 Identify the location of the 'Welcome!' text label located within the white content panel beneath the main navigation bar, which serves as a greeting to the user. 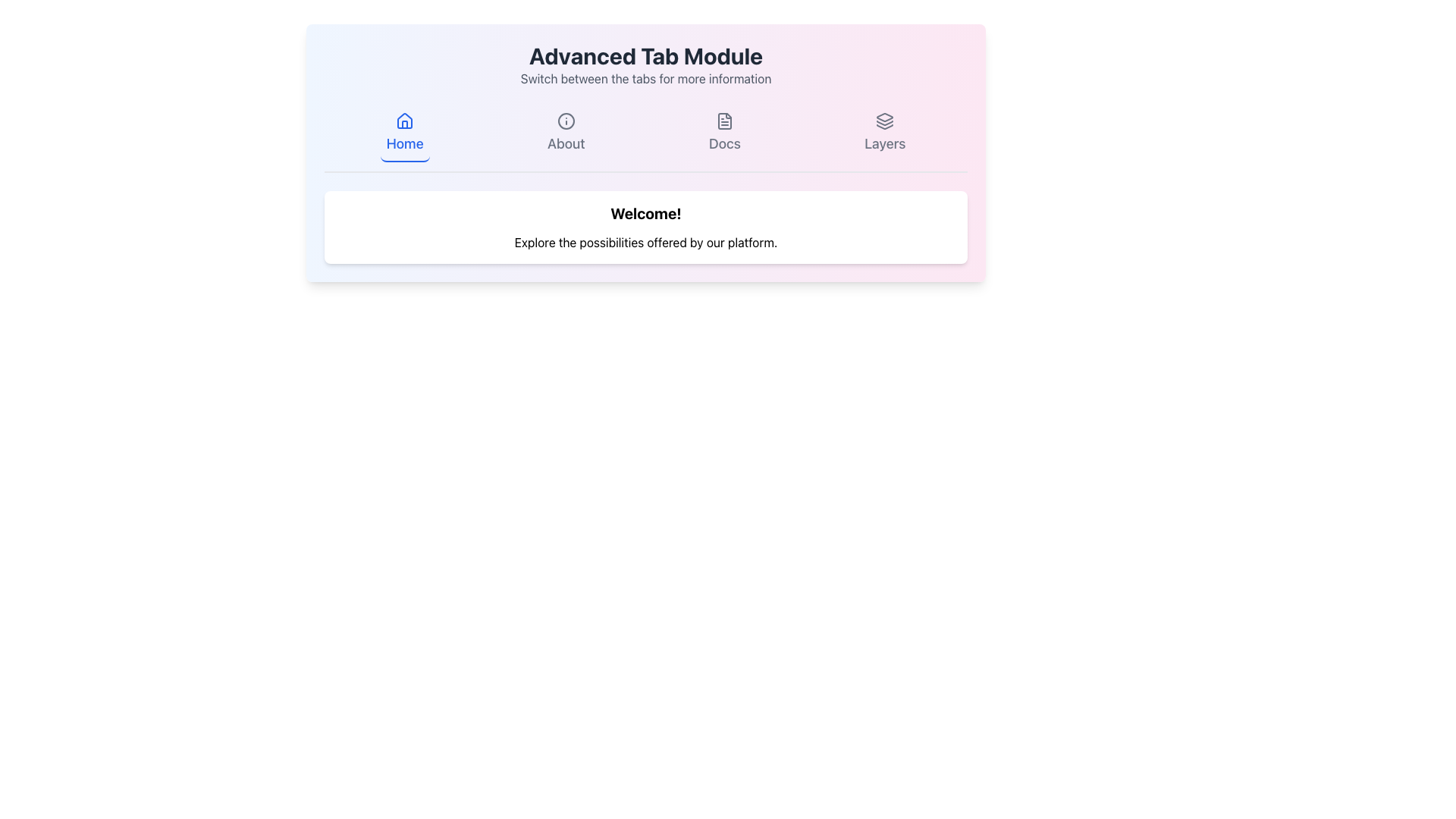
(645, 213).